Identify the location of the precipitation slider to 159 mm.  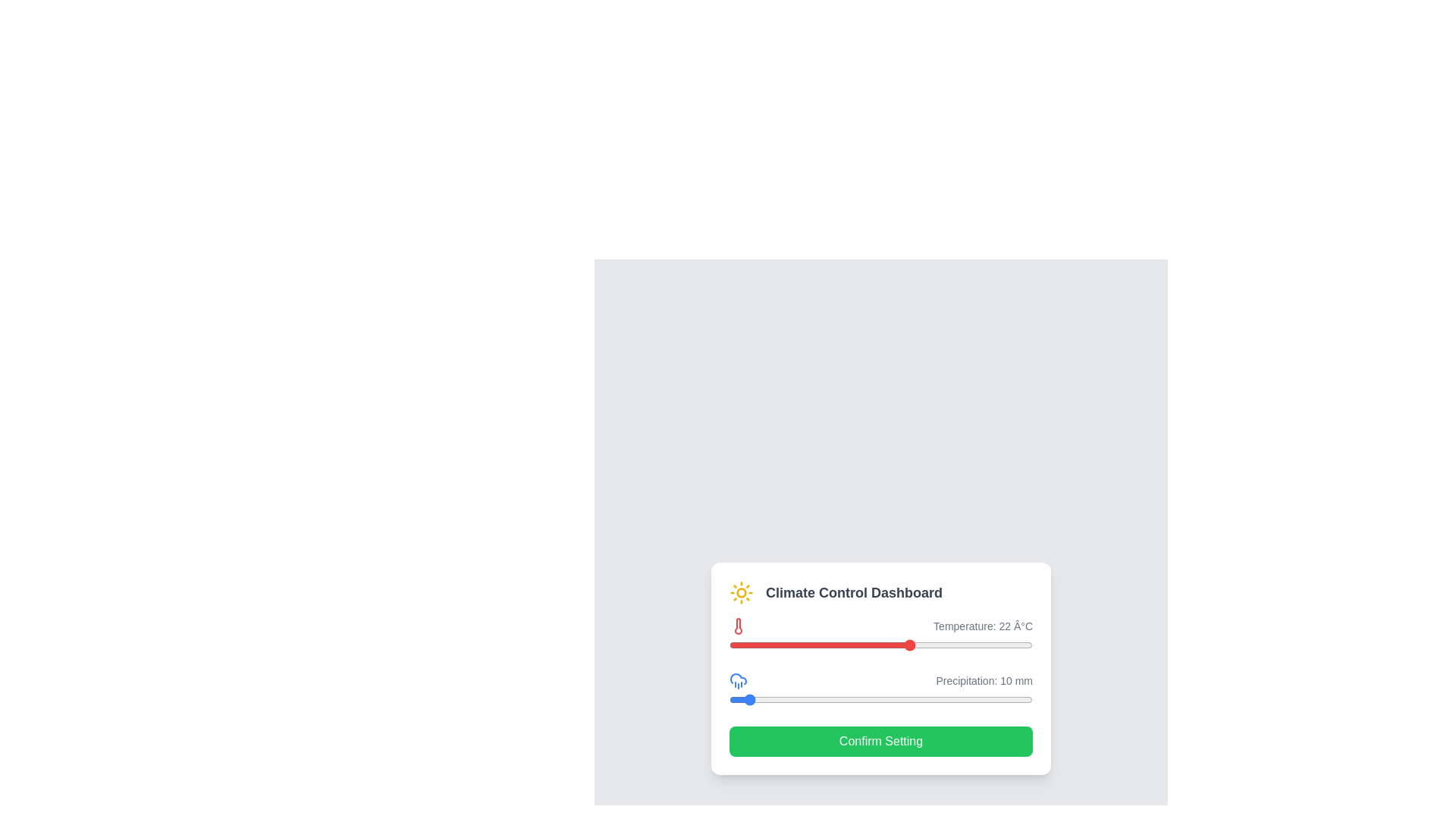
(971, 699).